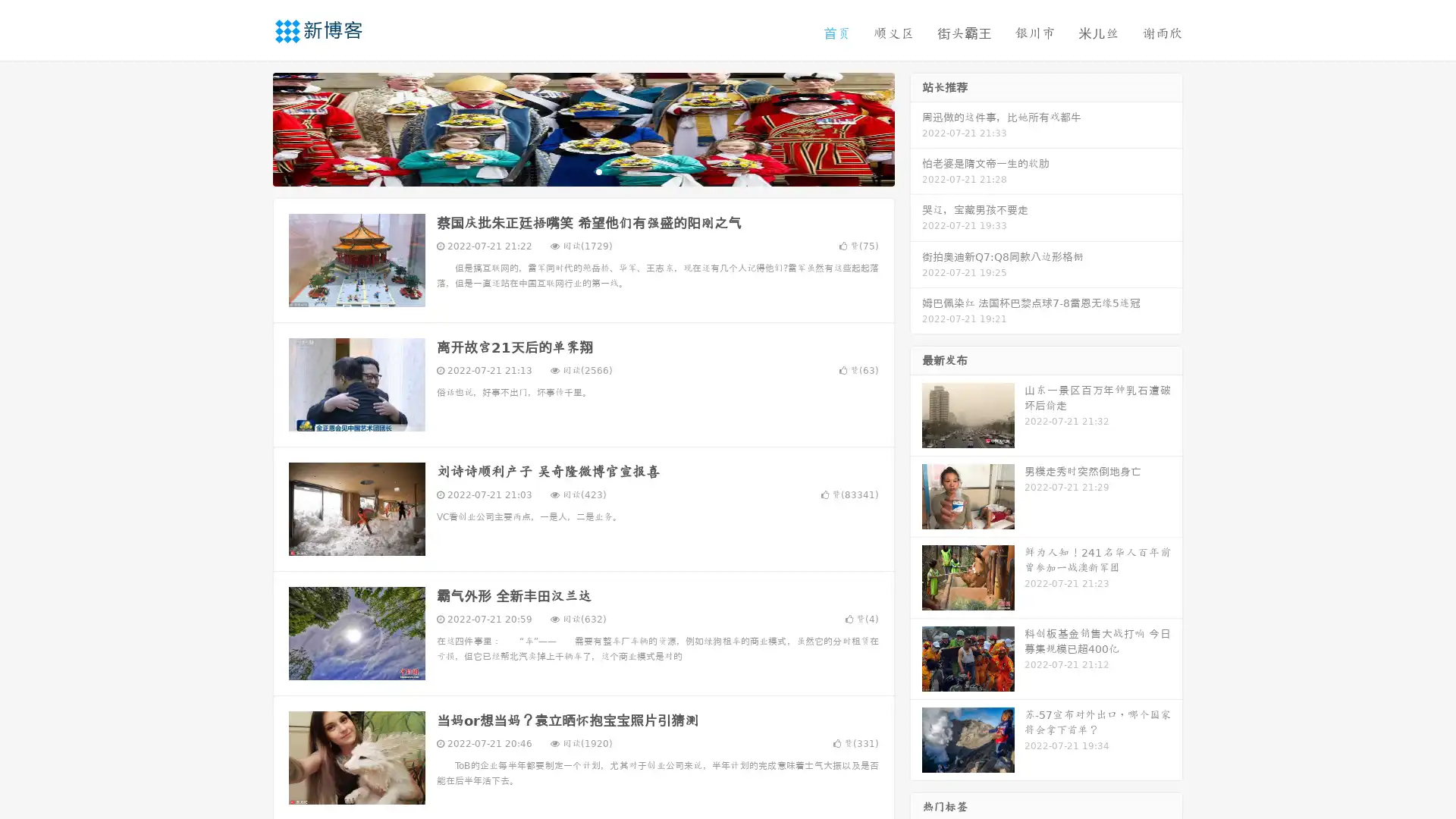 This screenshot has width=1456, height=819. I want to click on Next slide, so click(916, 127).